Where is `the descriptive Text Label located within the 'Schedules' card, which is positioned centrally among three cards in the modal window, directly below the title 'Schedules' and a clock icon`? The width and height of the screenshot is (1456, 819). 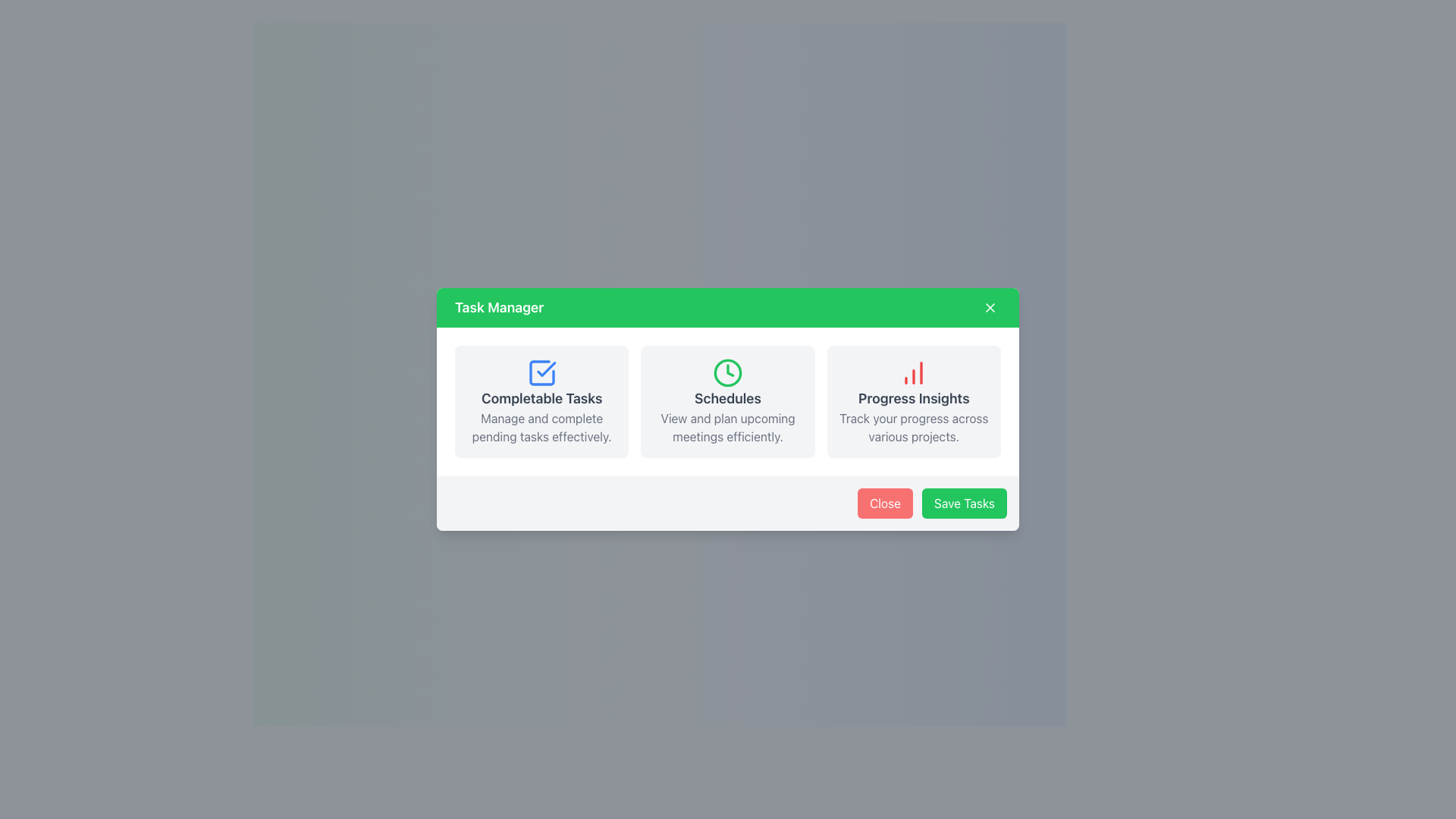
the descriptive Text Label located within the 'Schedules' card, which is positioned centrally among three cards in the modal window, directly below the title 'Schedules' and a clock icon is located at coordinates (728, 427).